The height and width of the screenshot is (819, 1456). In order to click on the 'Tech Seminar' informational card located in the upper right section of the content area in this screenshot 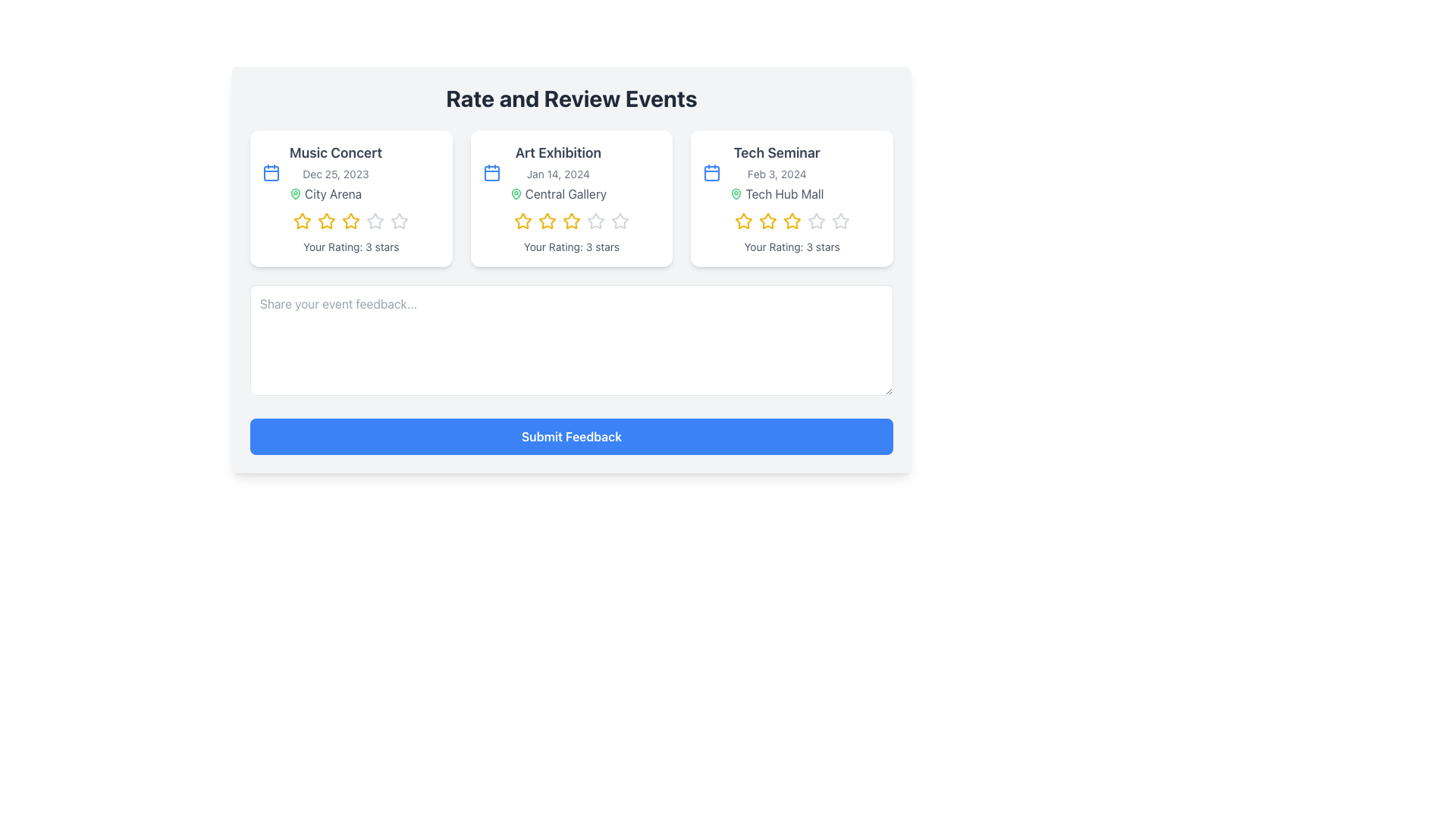, I will do `click(776, 171)`.